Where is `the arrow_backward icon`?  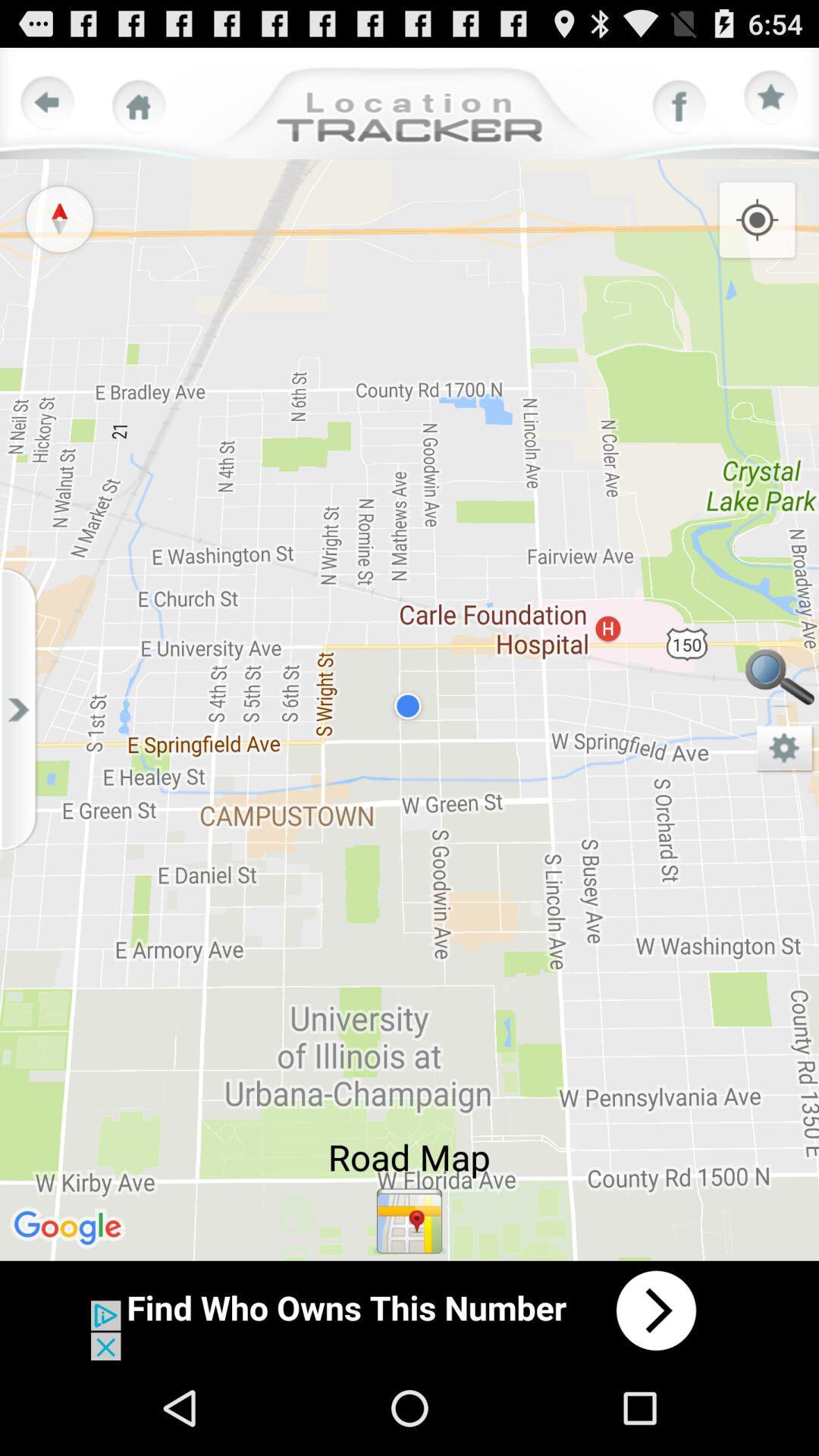 the arrow_backward icon is located at coordinates (46, 110).